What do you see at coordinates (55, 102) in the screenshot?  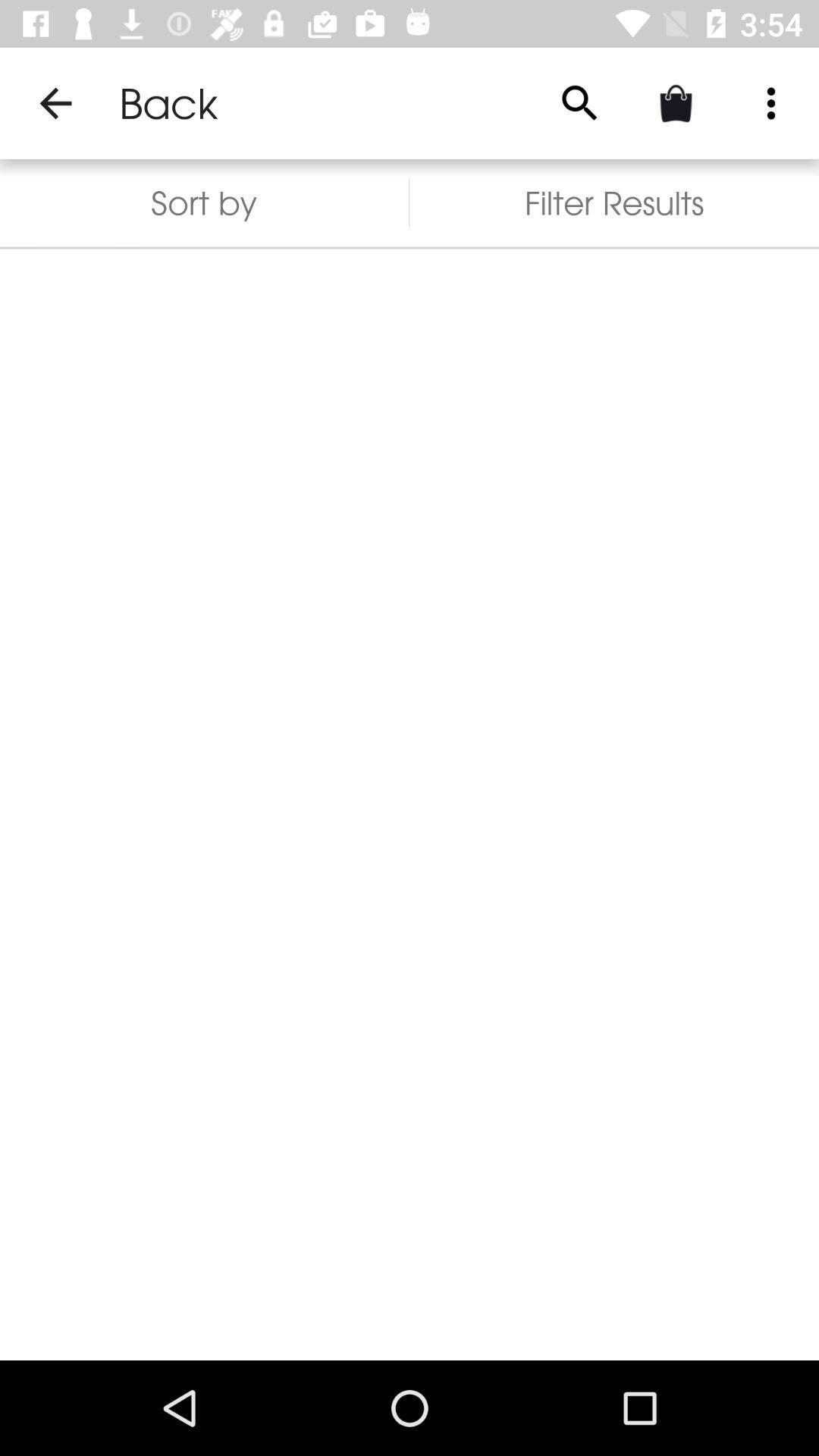 I see `item above the sort by item` at bounding box center [55, 102].